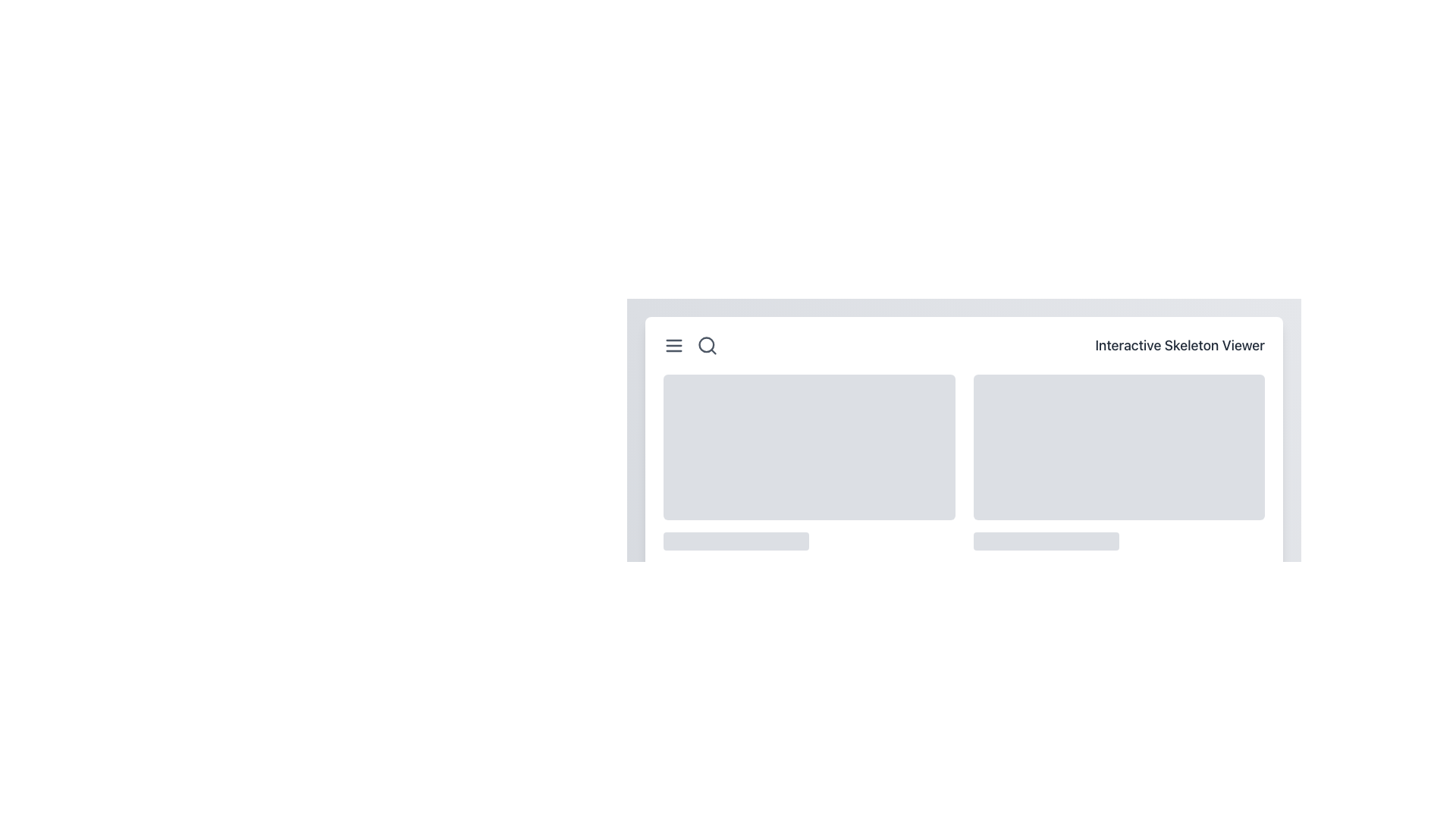  What do you see at coordinates (705, 344) in the screenshot?
I see `the inner circular lens of the magnifying glass icon, which serves as a visual indicator for search functionality, located next to the hamburger menu icon at the top-left edge of the application interface` at bounding box center [705, 344].